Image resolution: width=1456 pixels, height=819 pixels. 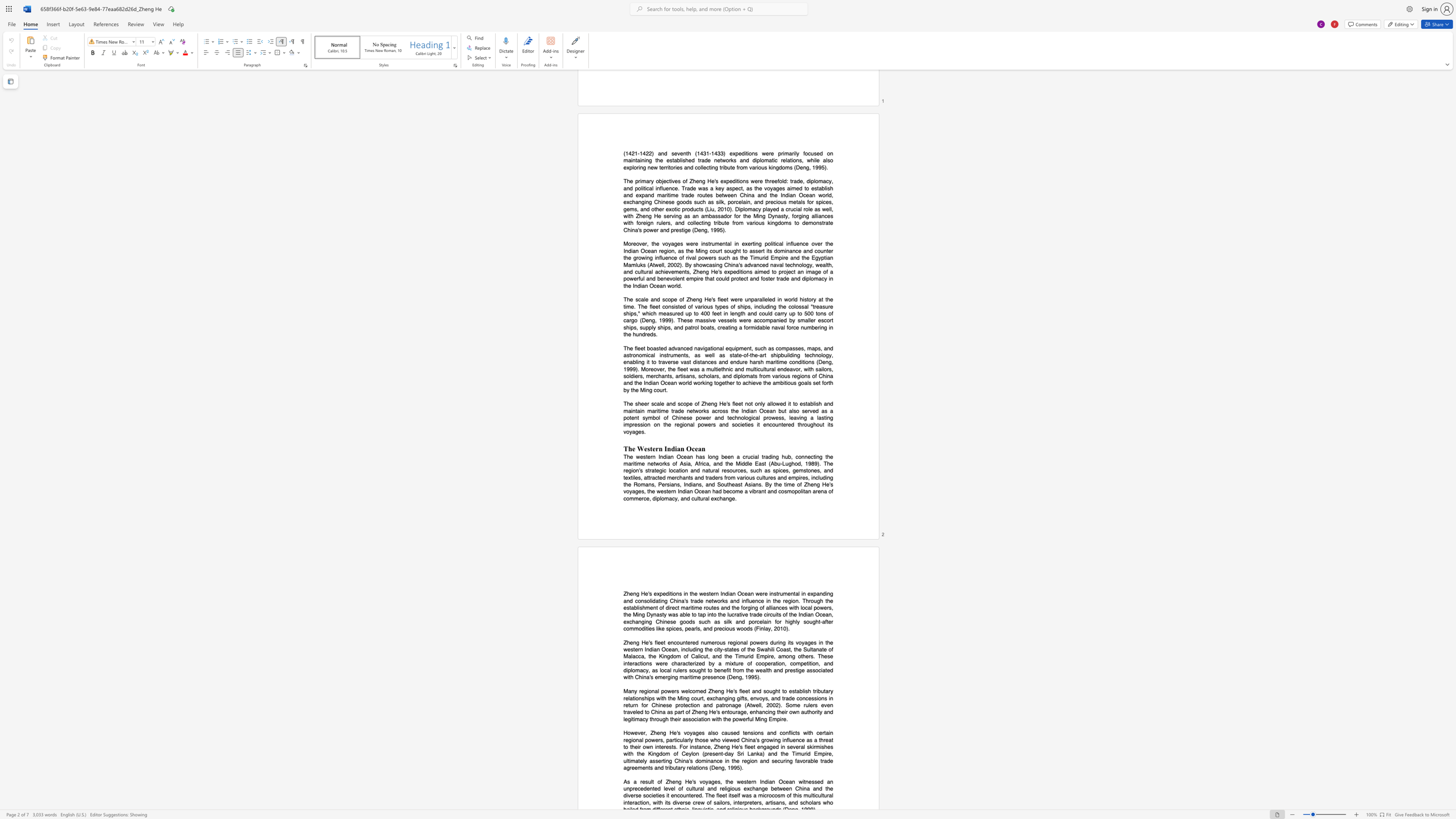 I want to click on the space between the continuous character "e" and "g" in the text, so click(x=643, y=691).